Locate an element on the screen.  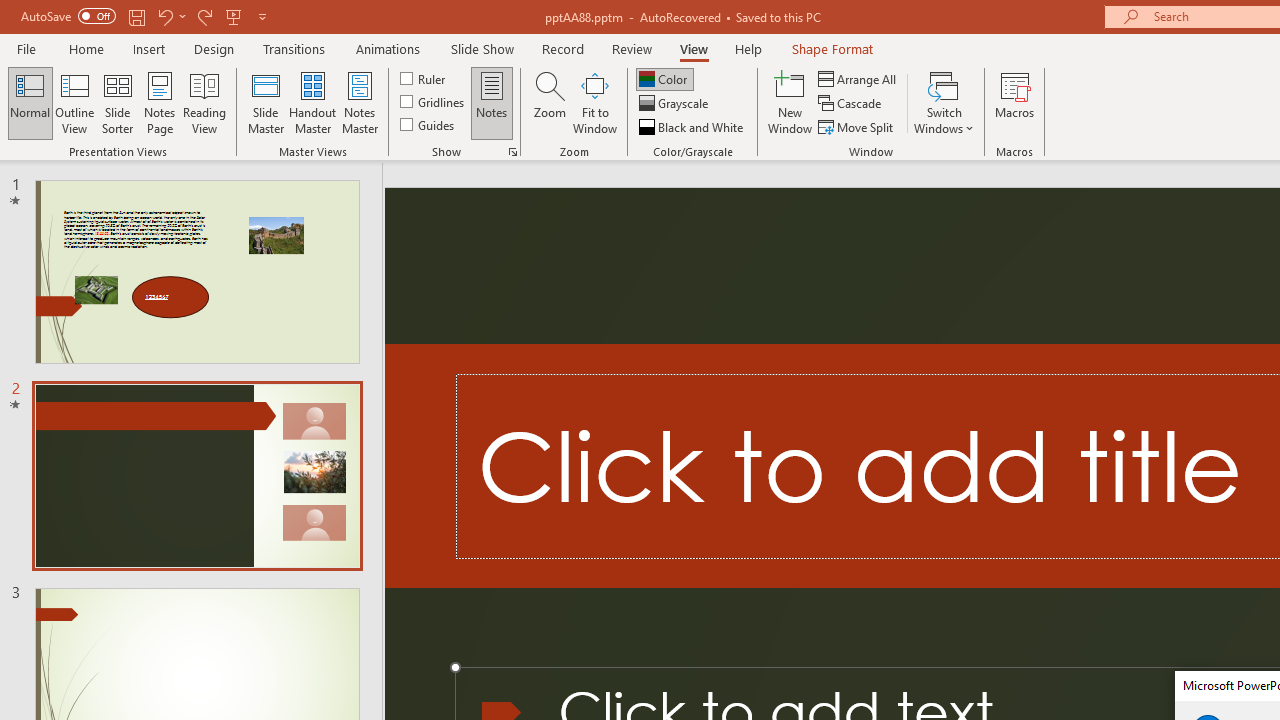
'Zoom...' is located at coordinates (549, 103).